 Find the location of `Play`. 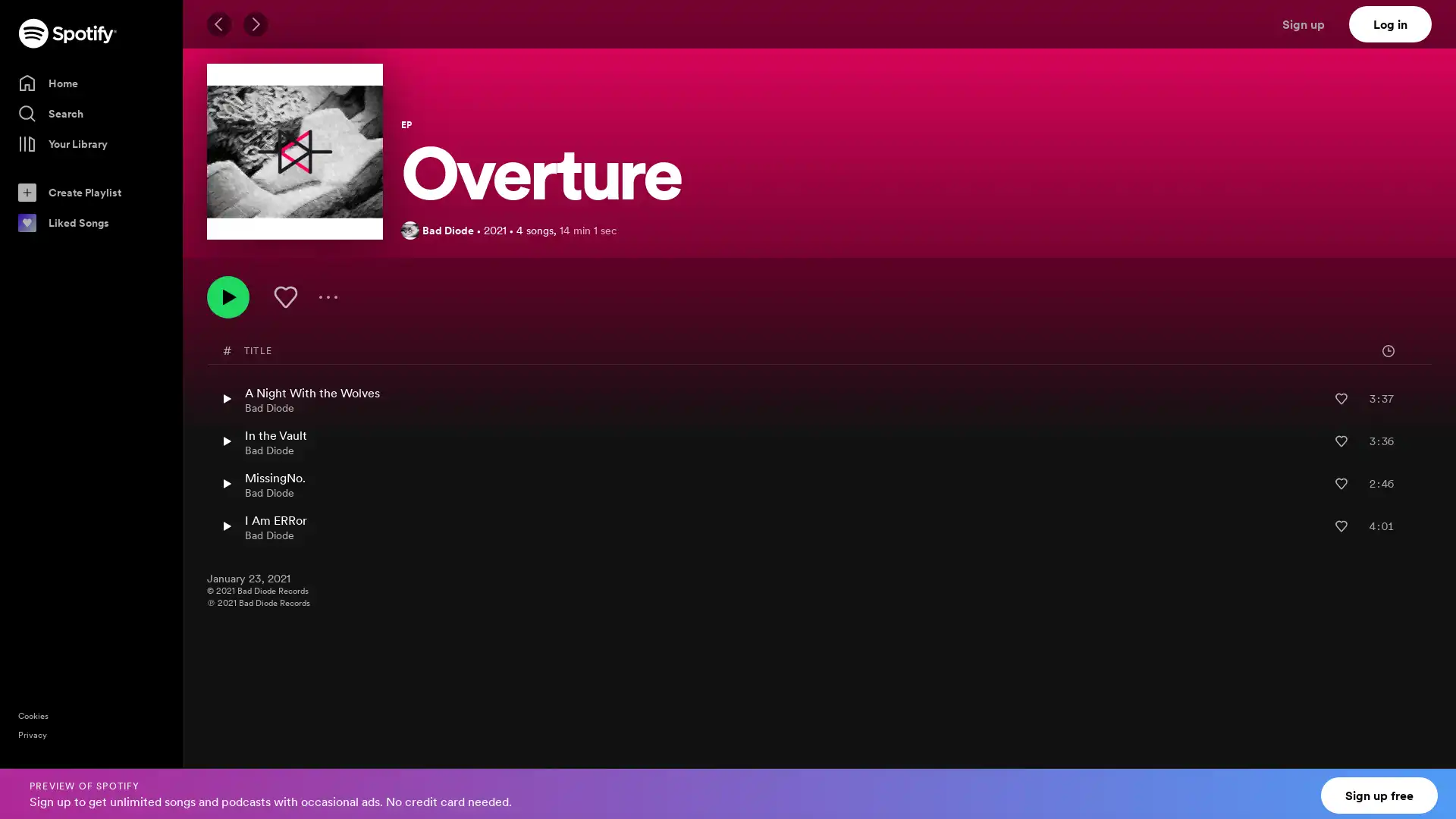

Play is located at coordinates (227, 297).